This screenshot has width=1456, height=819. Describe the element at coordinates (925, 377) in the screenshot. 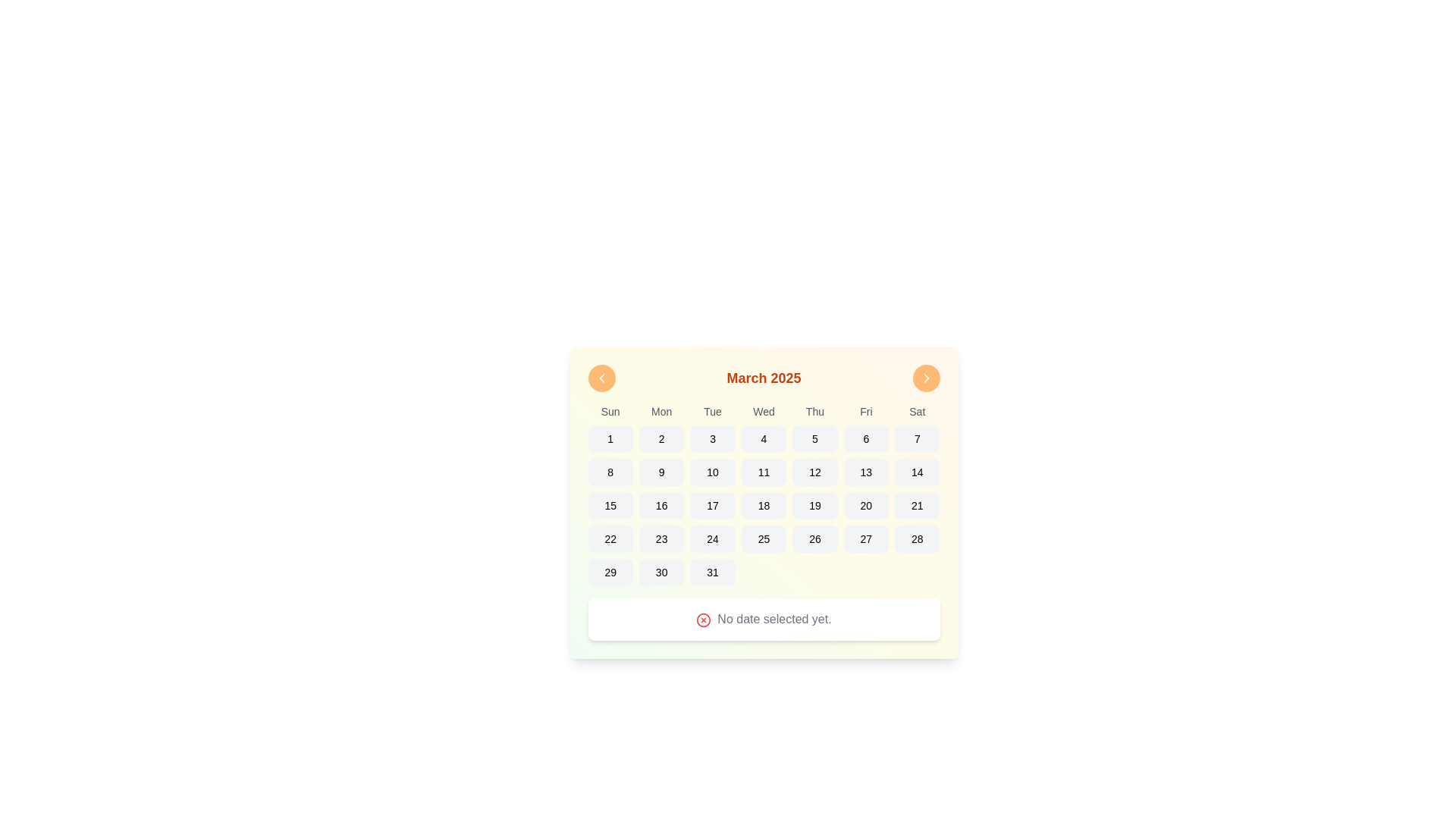

I see `the circular orange button with a right-facing arrow icon located at the far right of the header section of the calendar interface, next to 'March 2025'` at that location.